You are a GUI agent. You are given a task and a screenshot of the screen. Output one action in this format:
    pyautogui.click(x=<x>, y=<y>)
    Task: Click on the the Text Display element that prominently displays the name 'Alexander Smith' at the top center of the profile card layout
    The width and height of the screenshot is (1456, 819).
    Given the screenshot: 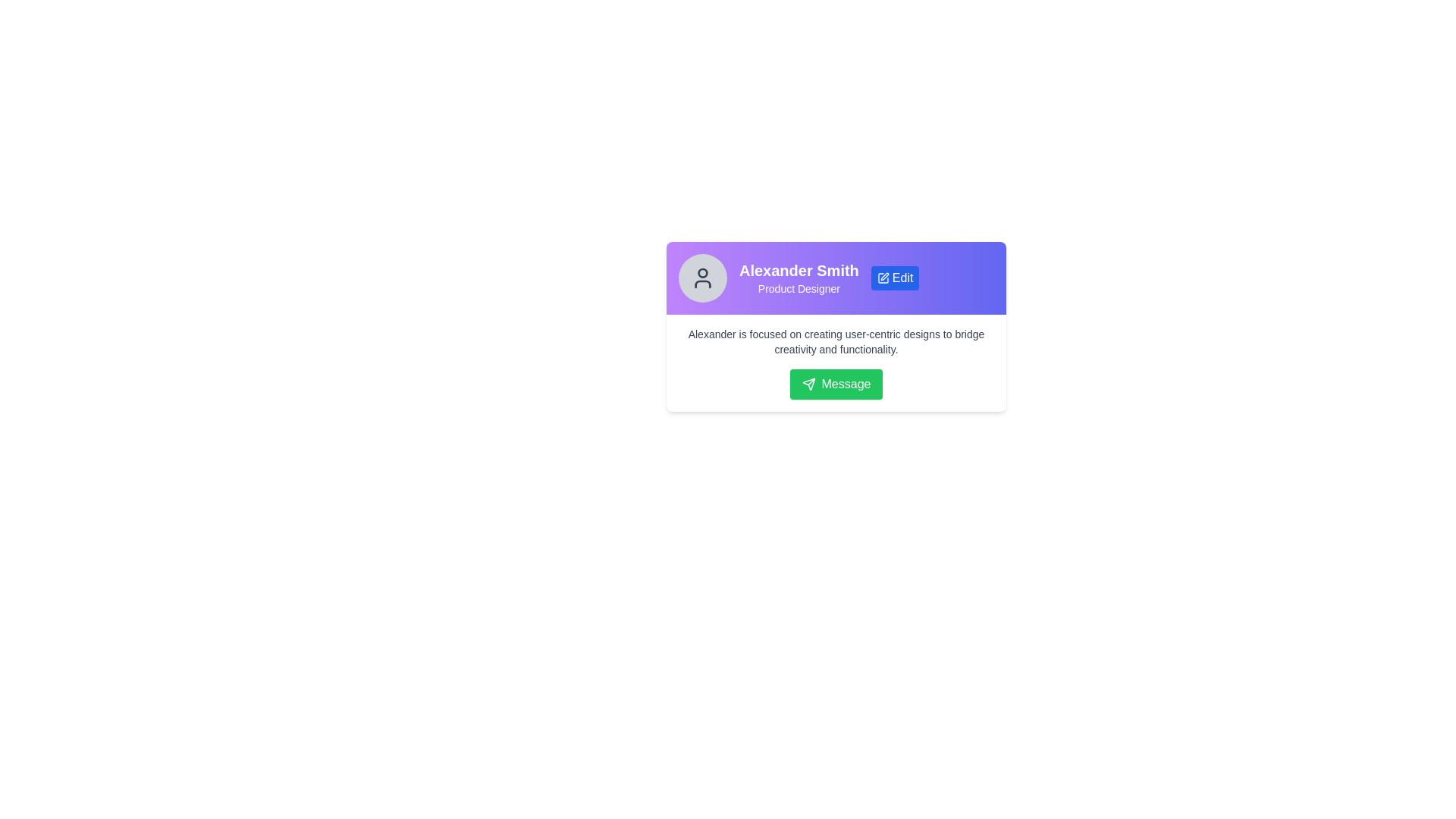 What is the action you would take?
    pyautogui.click(x=798, y=270)
    